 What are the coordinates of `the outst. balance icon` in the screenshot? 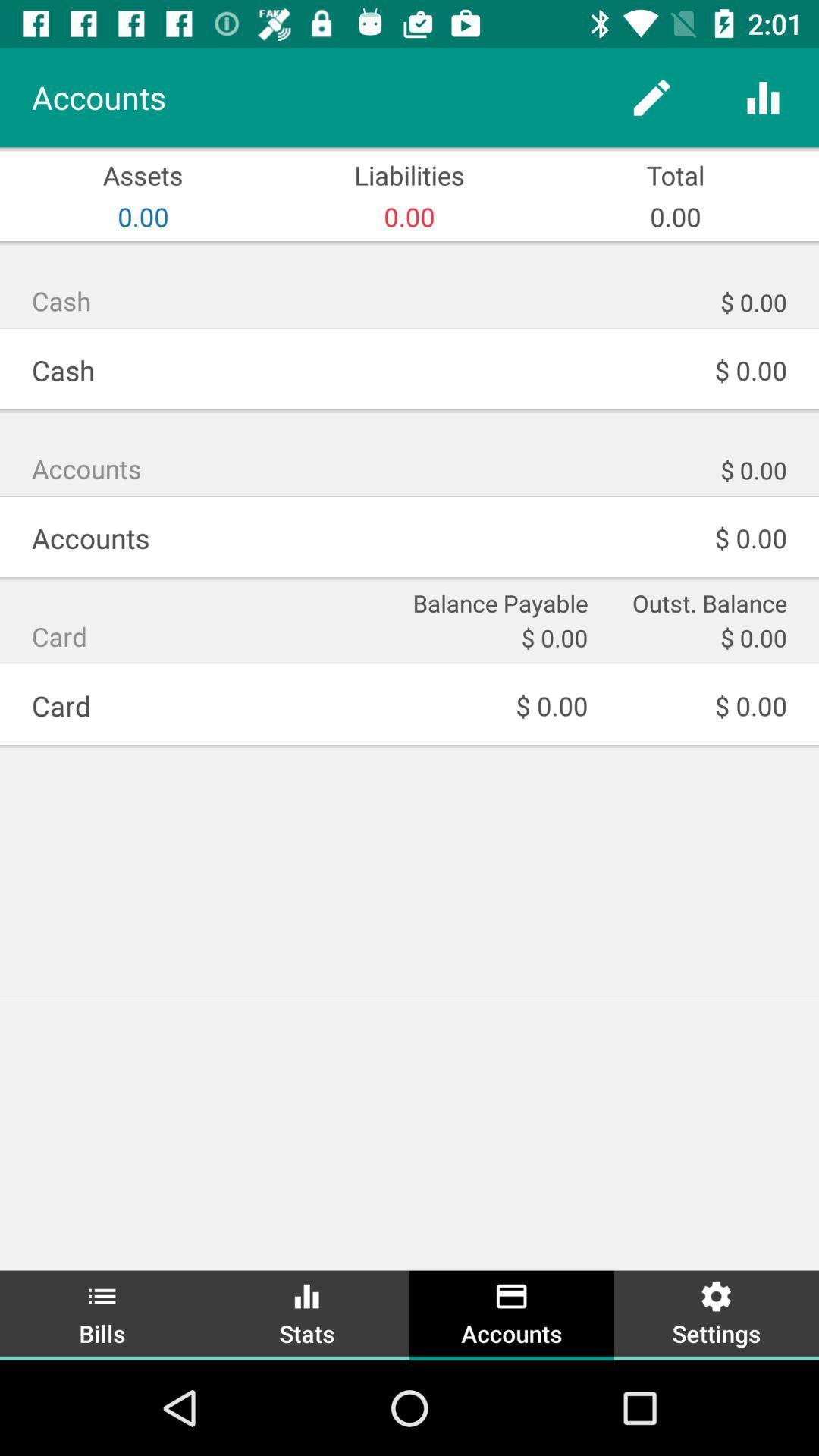 It's located at (697, 601).